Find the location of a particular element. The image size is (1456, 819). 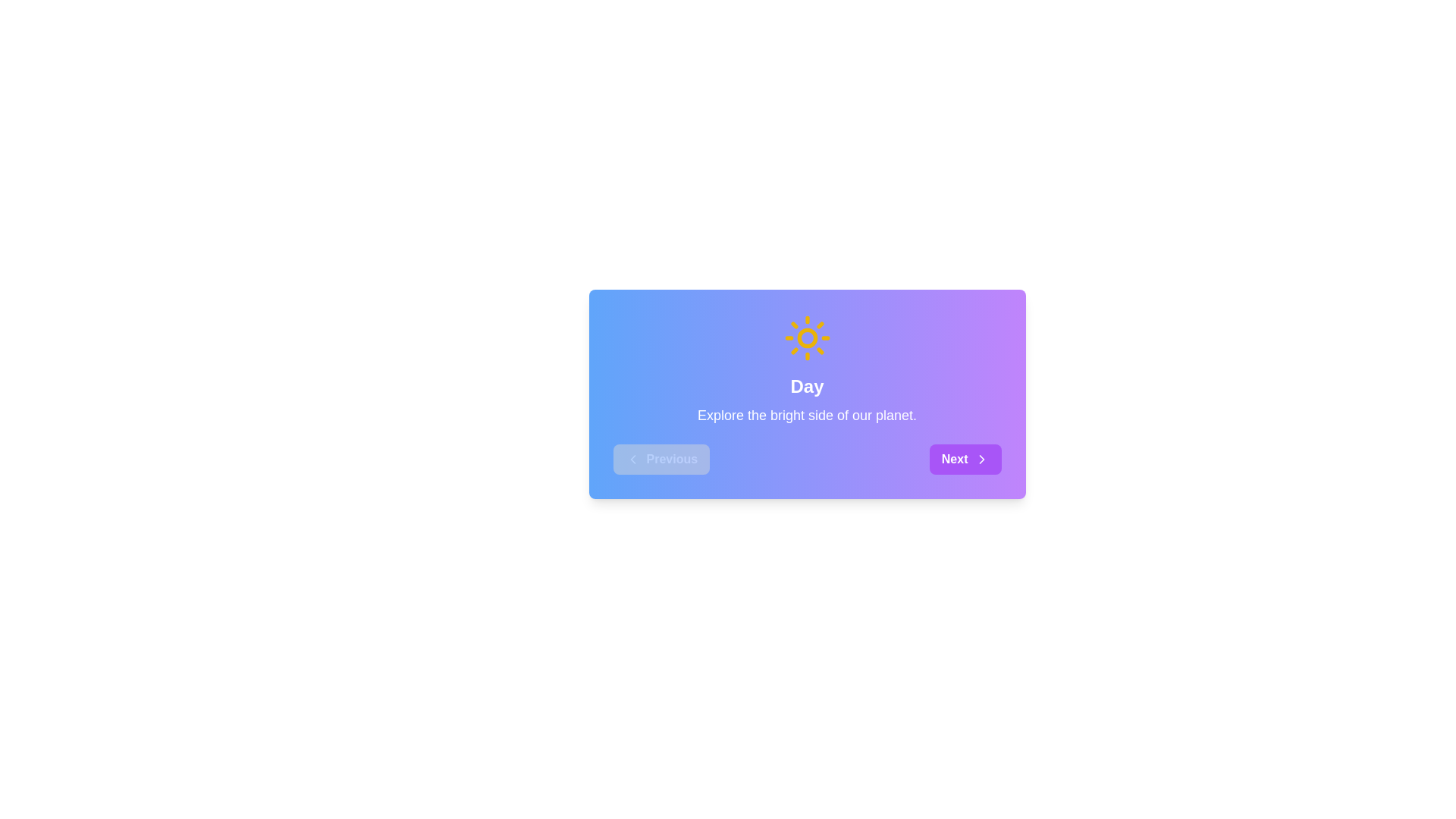

the large, bold text label displaying the word 'Day', which is centrally located below the sun icon graphic is located at coordinates (806, 385).